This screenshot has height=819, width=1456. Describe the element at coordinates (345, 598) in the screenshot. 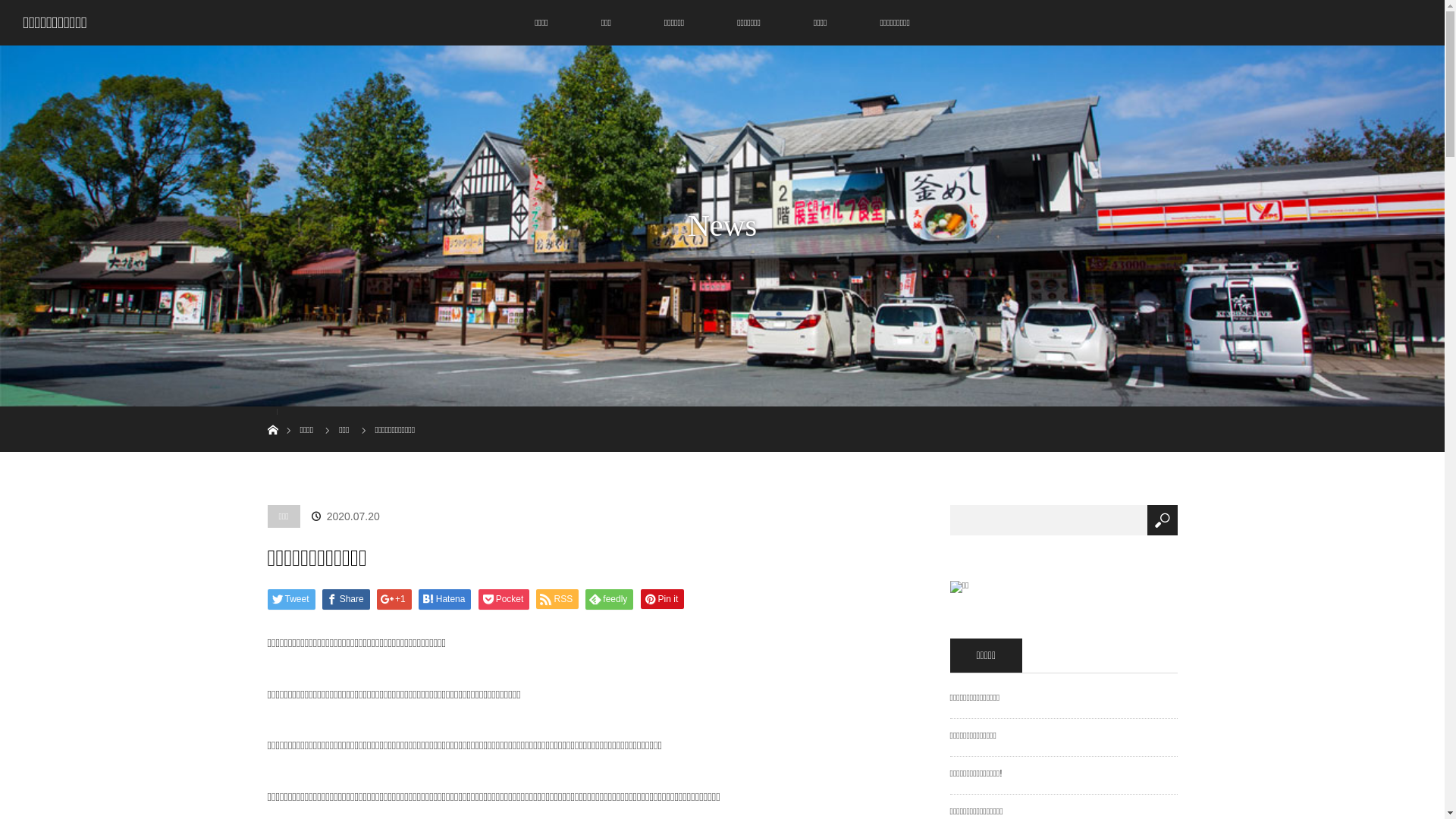

I see `'Share'` at that location.